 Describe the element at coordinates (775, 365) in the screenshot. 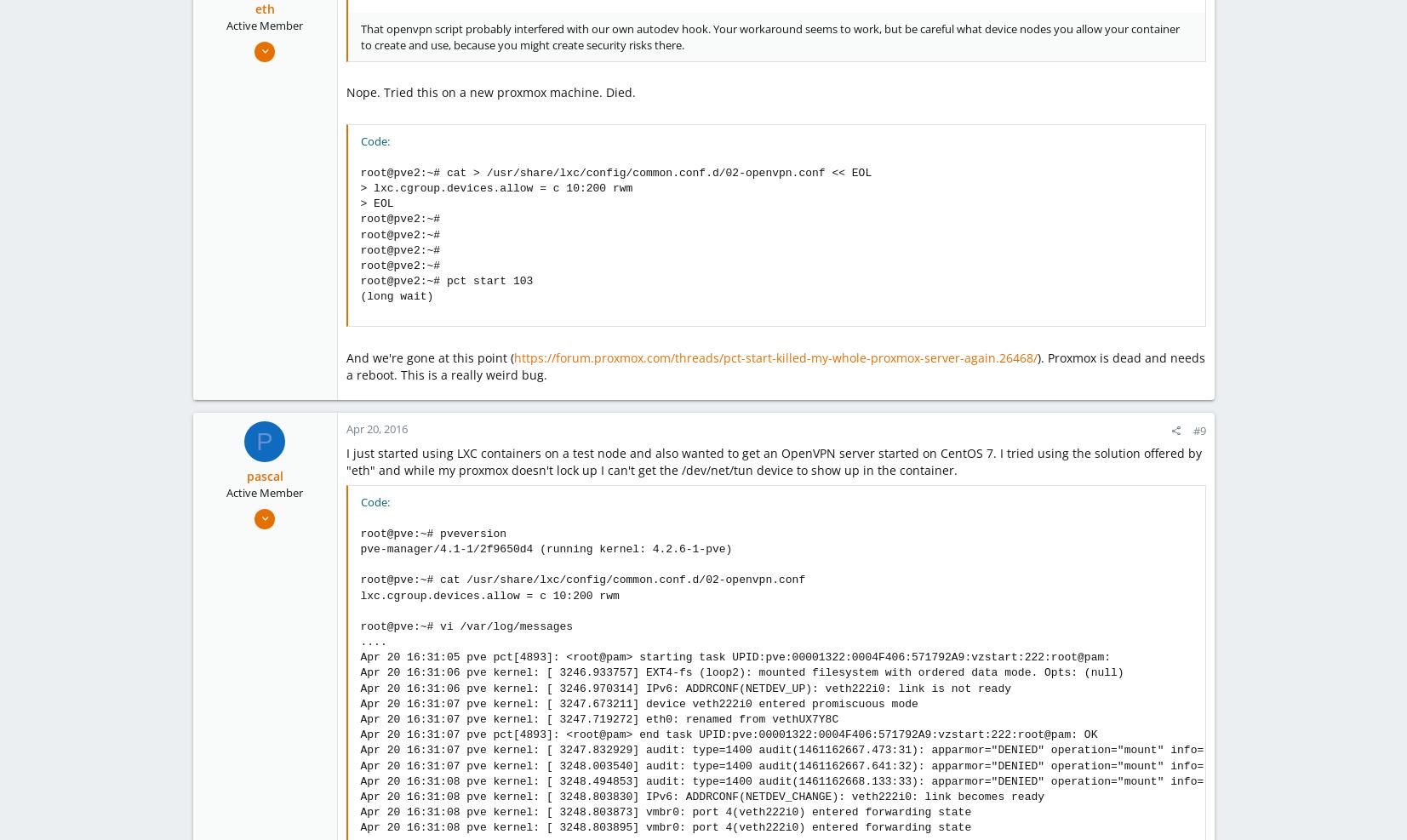

I see `'). Proxmox is dead and needs a reboot. This is a really weird bug.'` at that location.